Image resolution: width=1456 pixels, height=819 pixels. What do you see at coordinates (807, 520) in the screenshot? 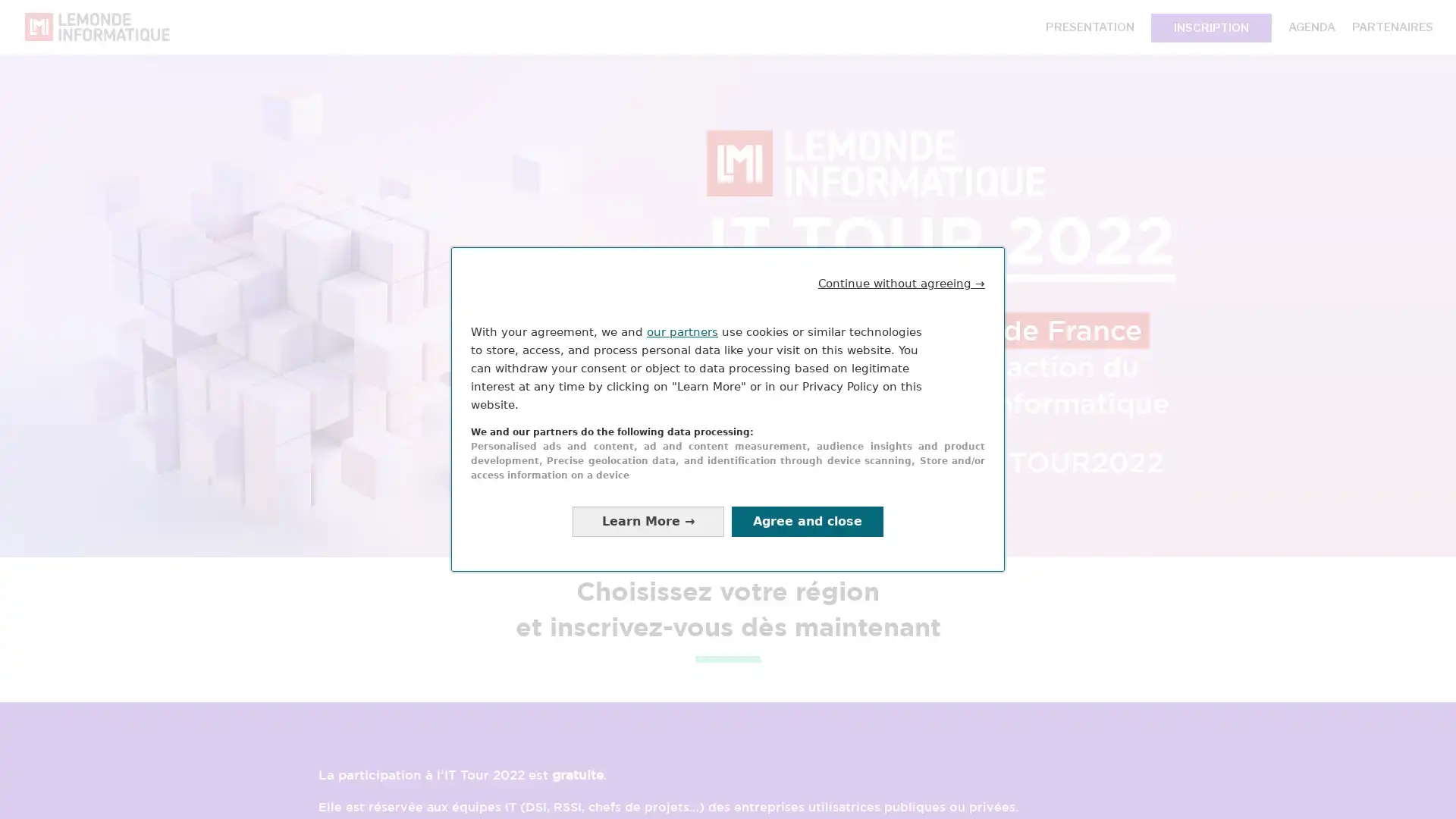
I see `Agree to our data processing and close` at bounding box center [807, 520].